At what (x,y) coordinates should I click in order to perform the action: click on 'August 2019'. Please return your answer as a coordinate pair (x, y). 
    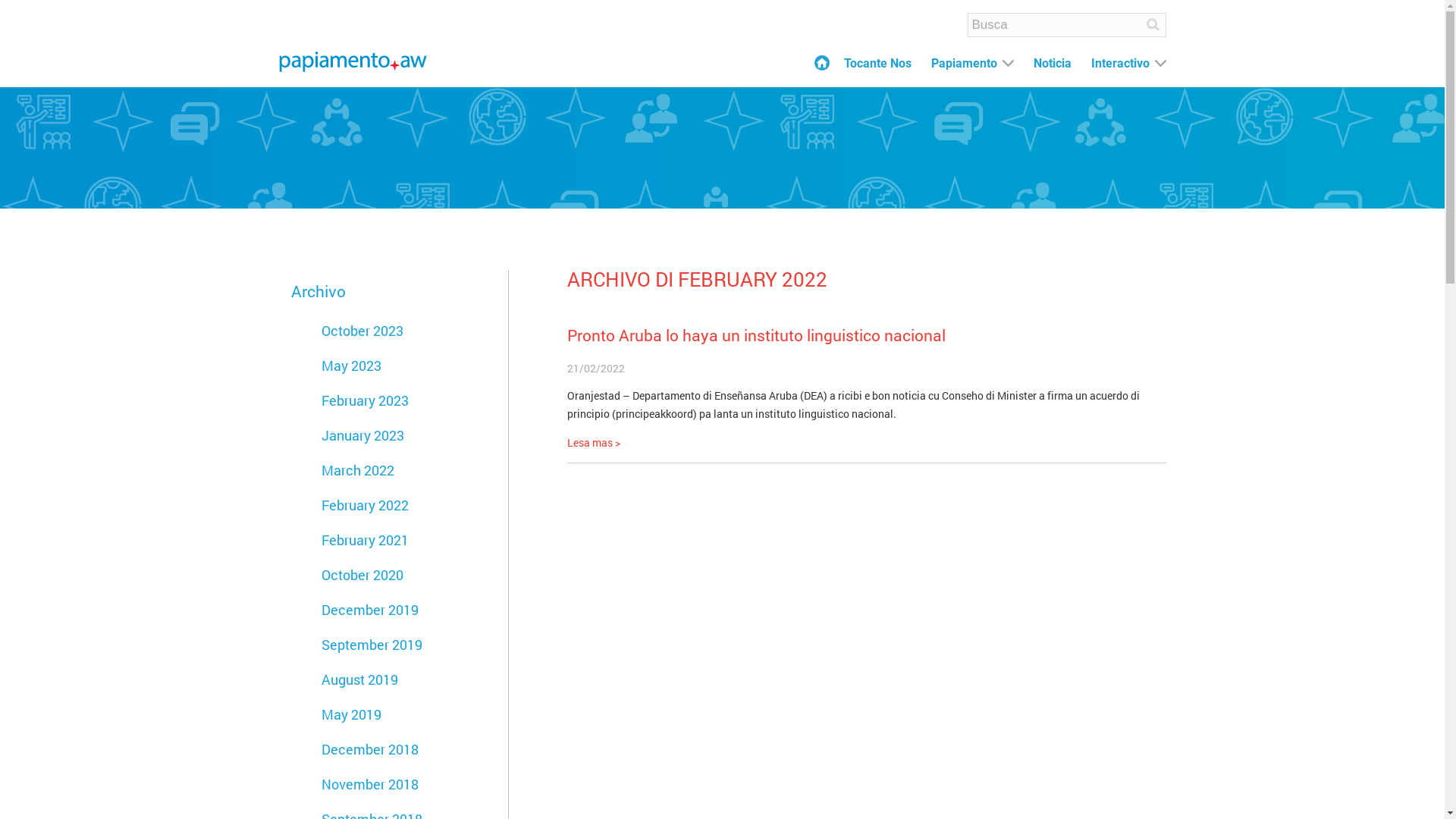
    Looking at the image, I should click on (320, 678).